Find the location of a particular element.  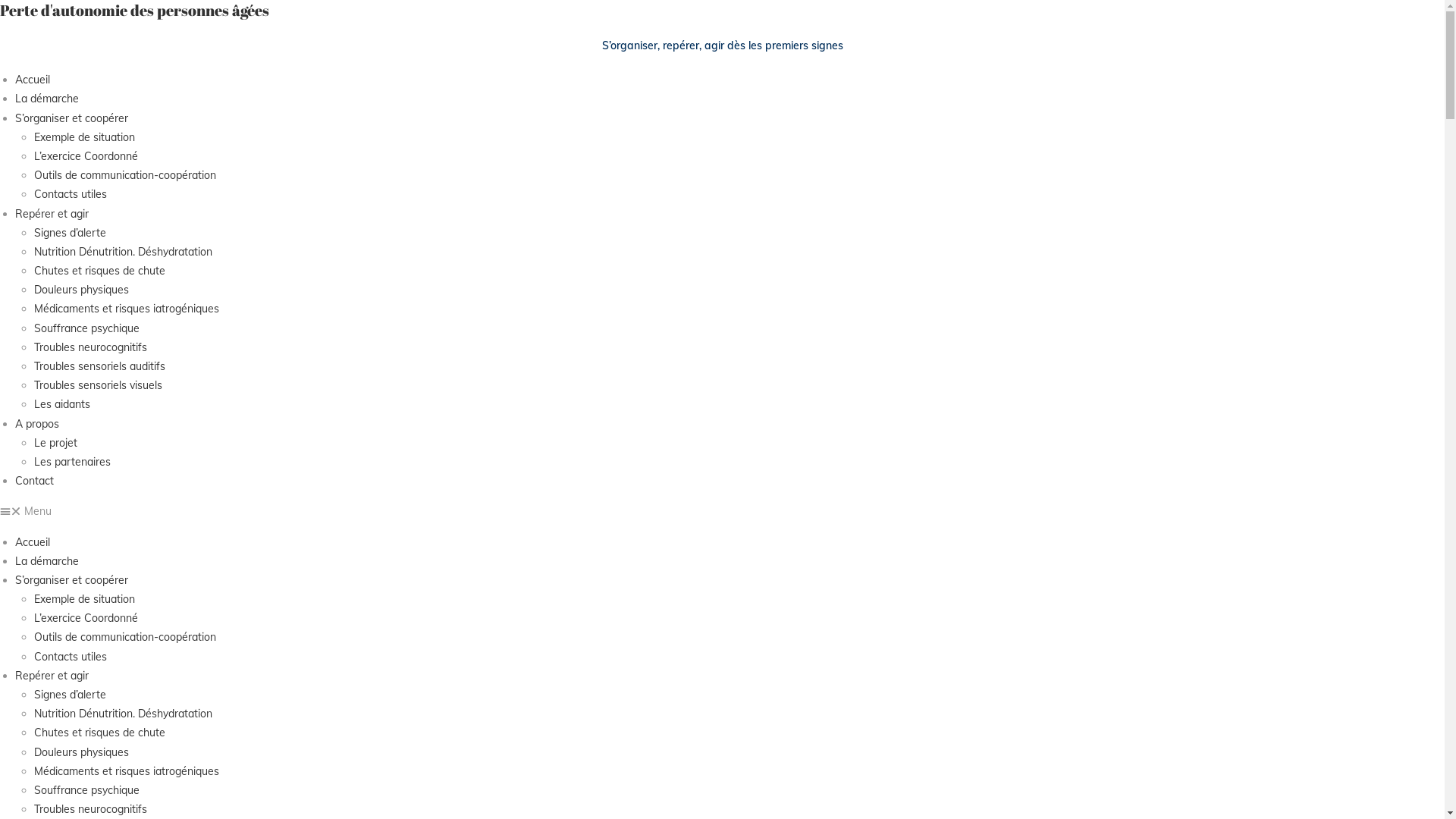

'Contact' is located at coordinates (34, 480).